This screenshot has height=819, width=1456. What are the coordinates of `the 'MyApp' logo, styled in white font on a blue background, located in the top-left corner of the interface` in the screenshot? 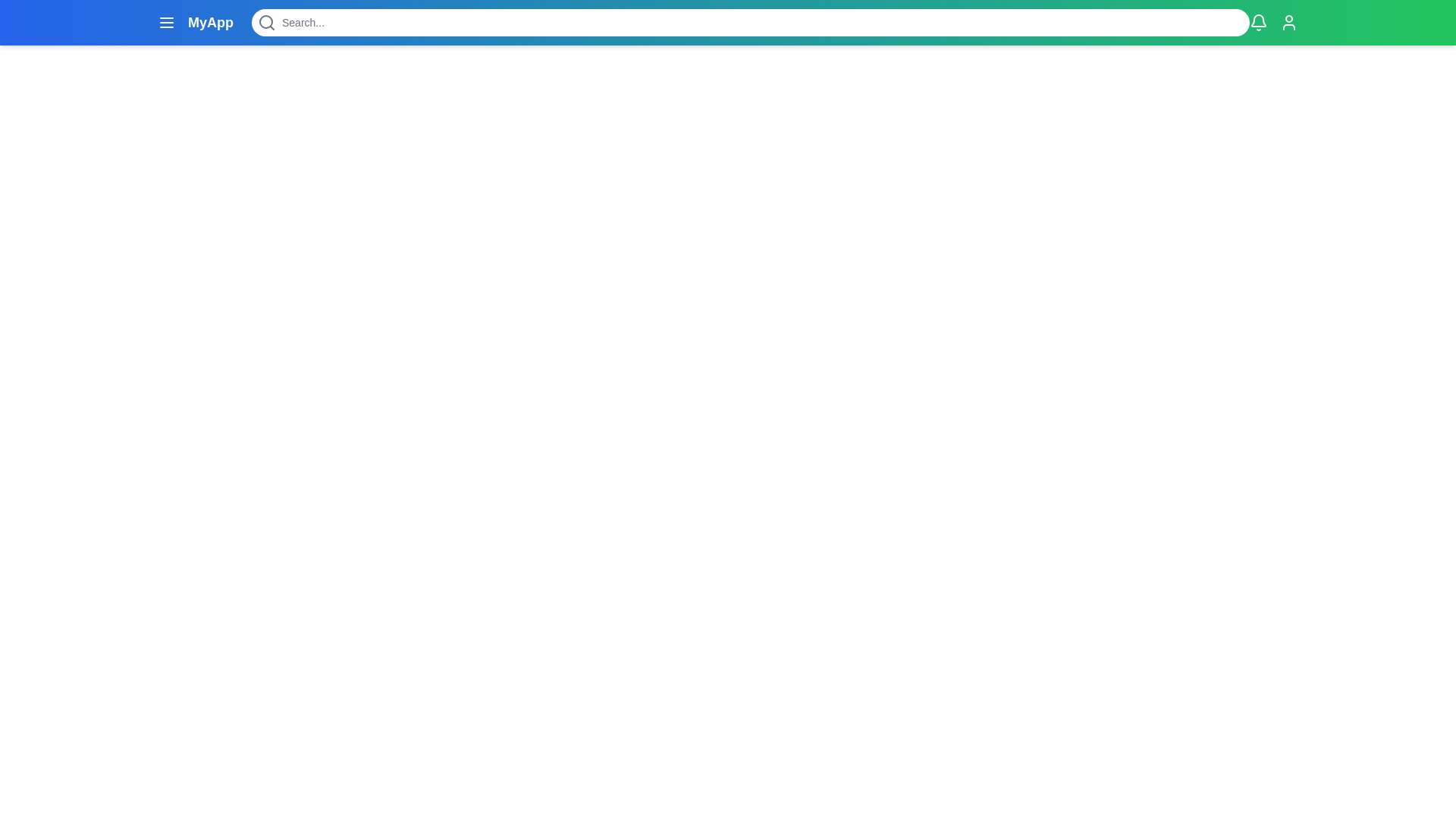 It's located at (195, 23).